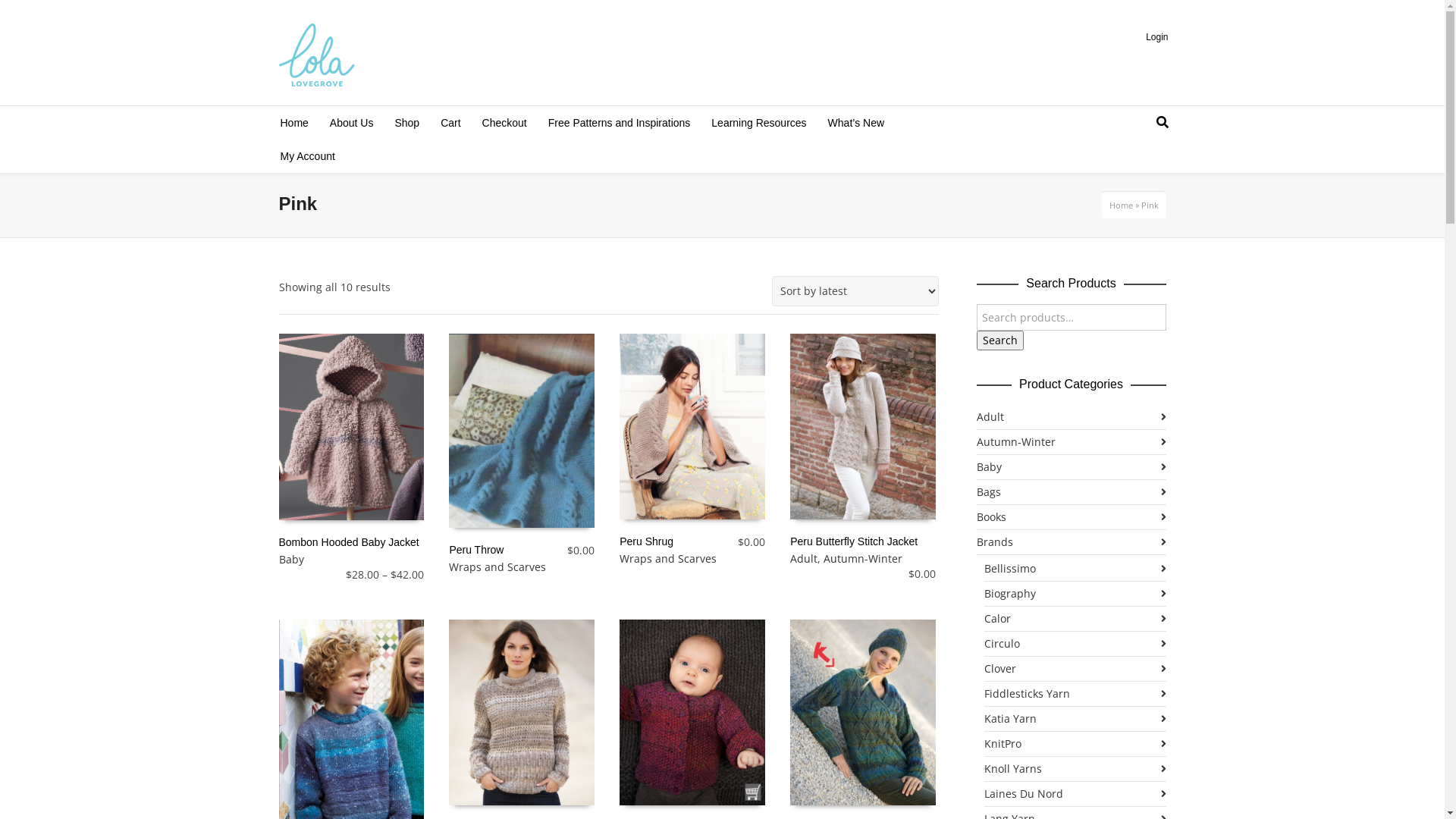 This screenshot has width=1456, height=819. Describe the element at coordinates (862, 558) in the screenshot. I see `'Autumn-Winter'` at that location.